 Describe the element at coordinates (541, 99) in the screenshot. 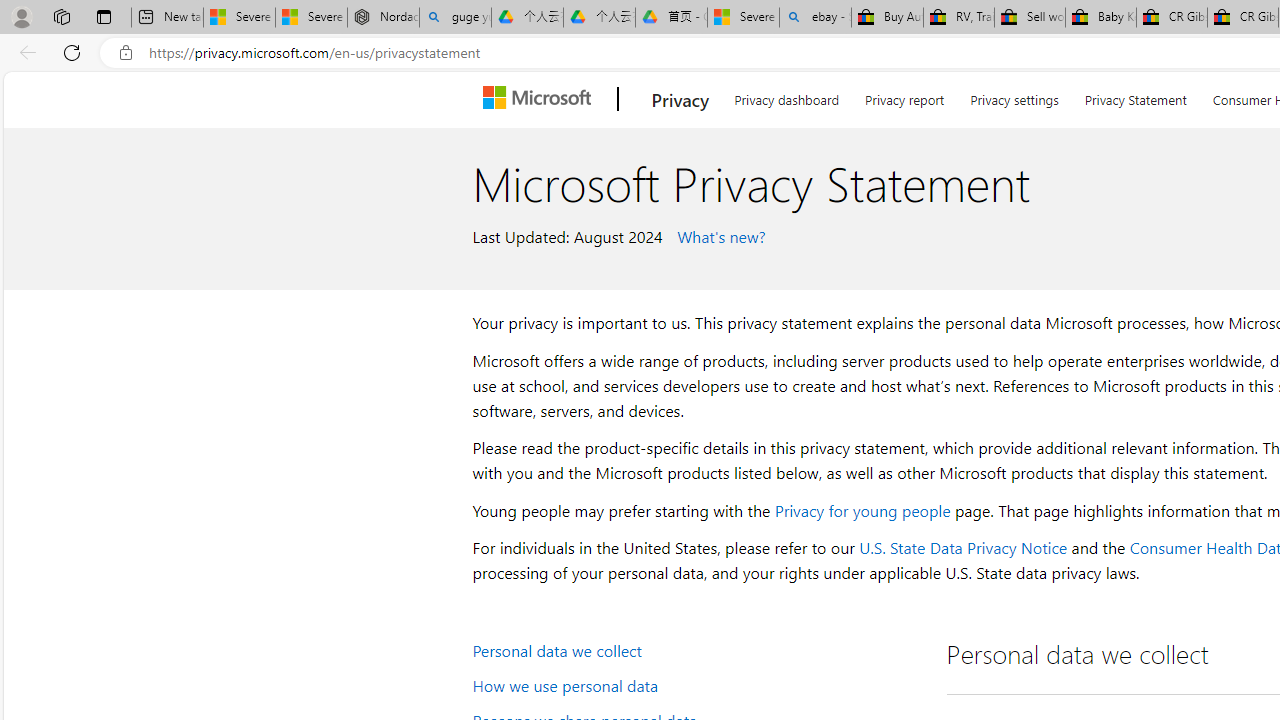

I see `'Microsoft'` at that location.